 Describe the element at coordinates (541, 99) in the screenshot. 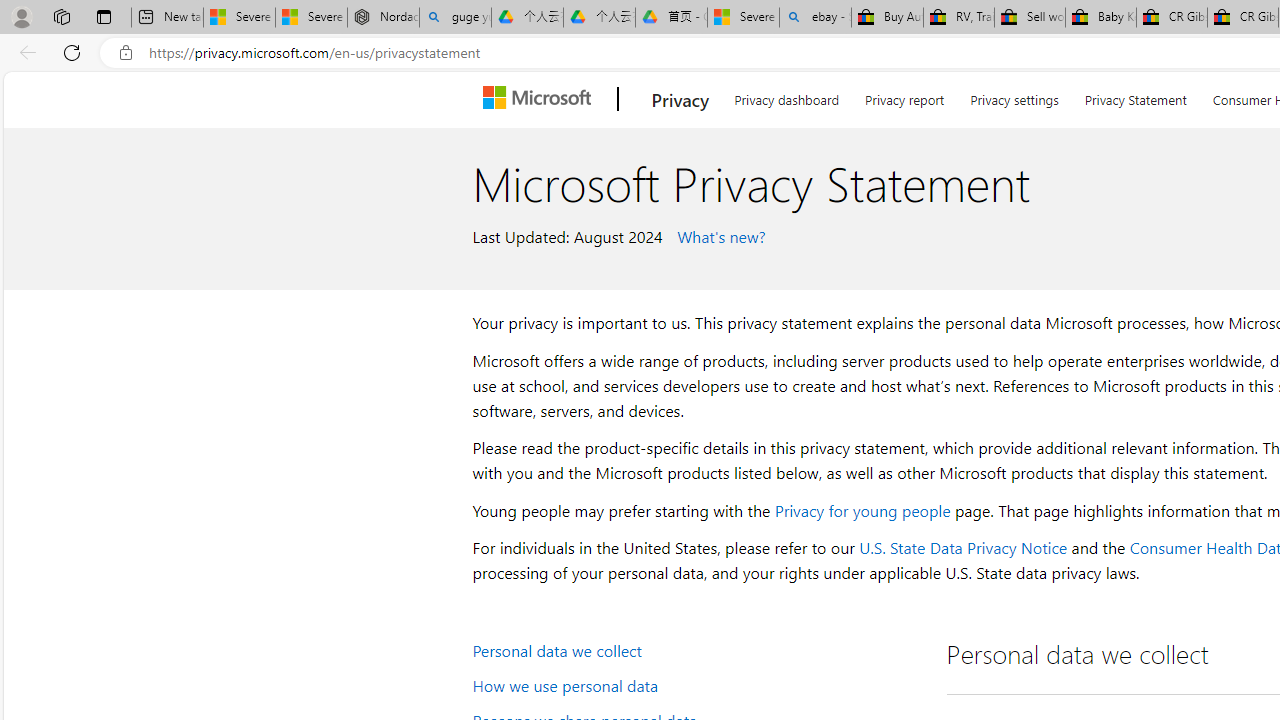

I see `'Microsoft'` at that location.